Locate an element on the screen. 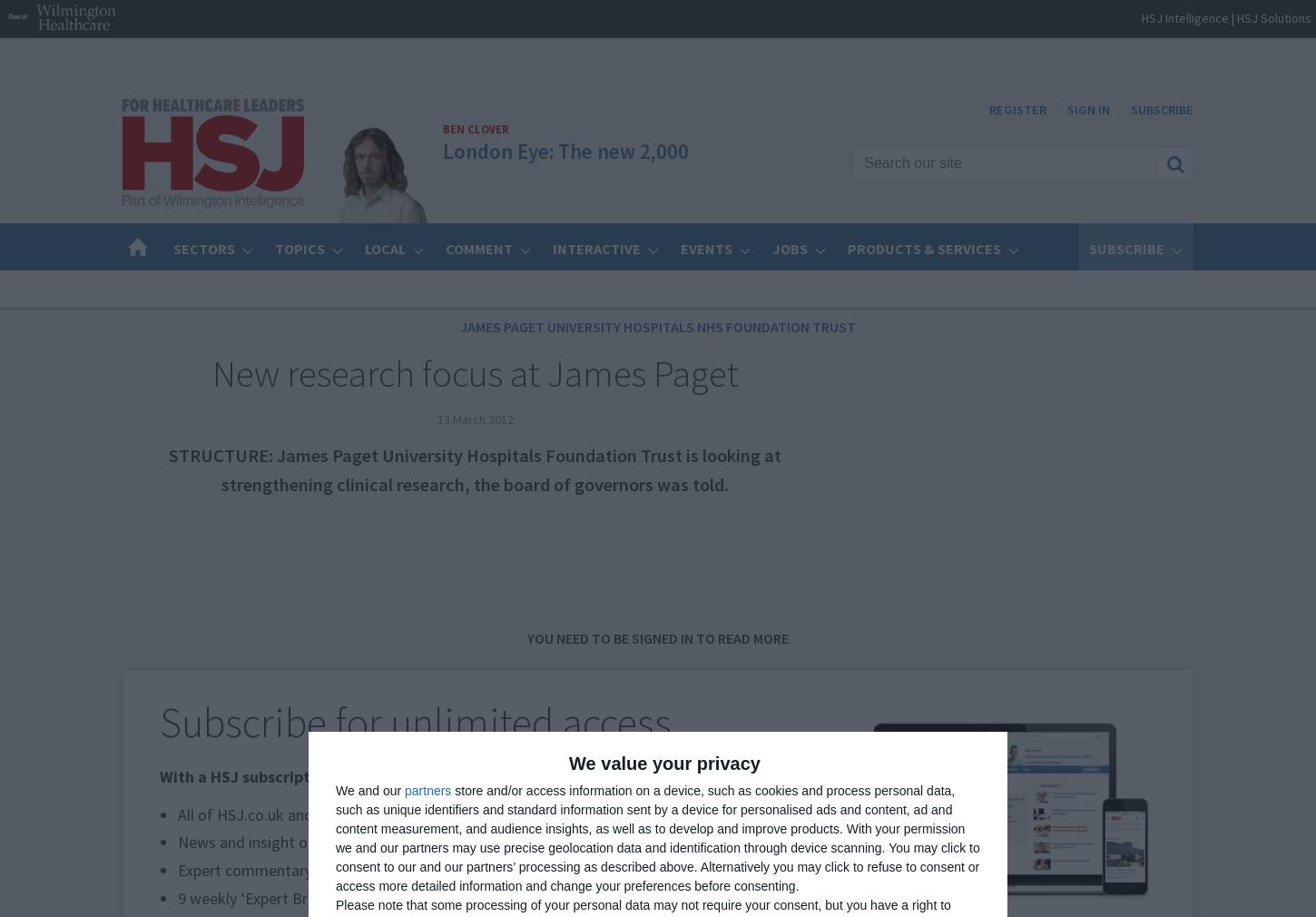  'News and insight on all areas of public funded healthcare' is located at coordinates (177, 842).